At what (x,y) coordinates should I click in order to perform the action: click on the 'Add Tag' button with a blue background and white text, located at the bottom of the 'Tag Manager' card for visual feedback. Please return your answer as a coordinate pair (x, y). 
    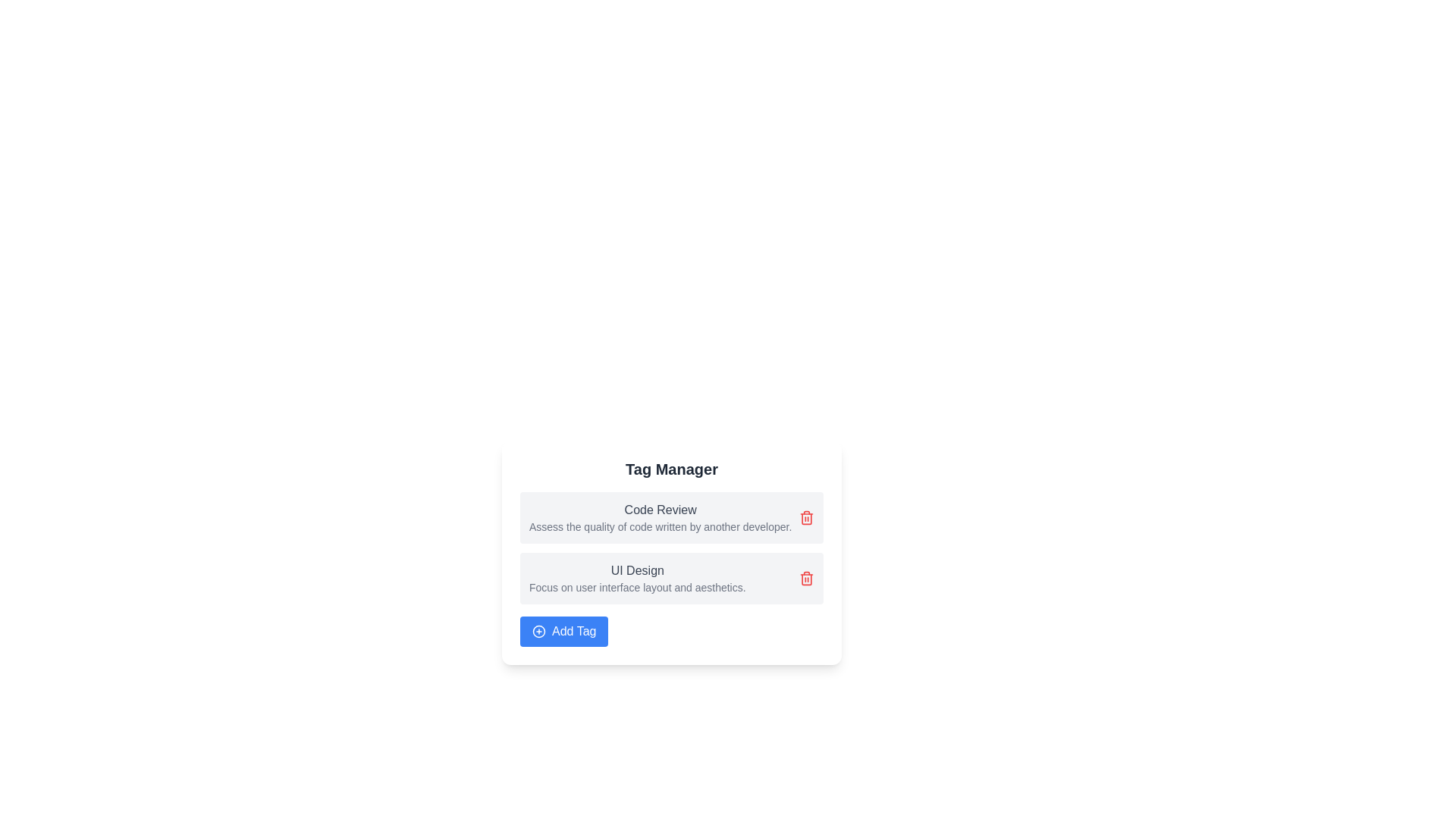
    Looking at the image, I should click on (563, 632).